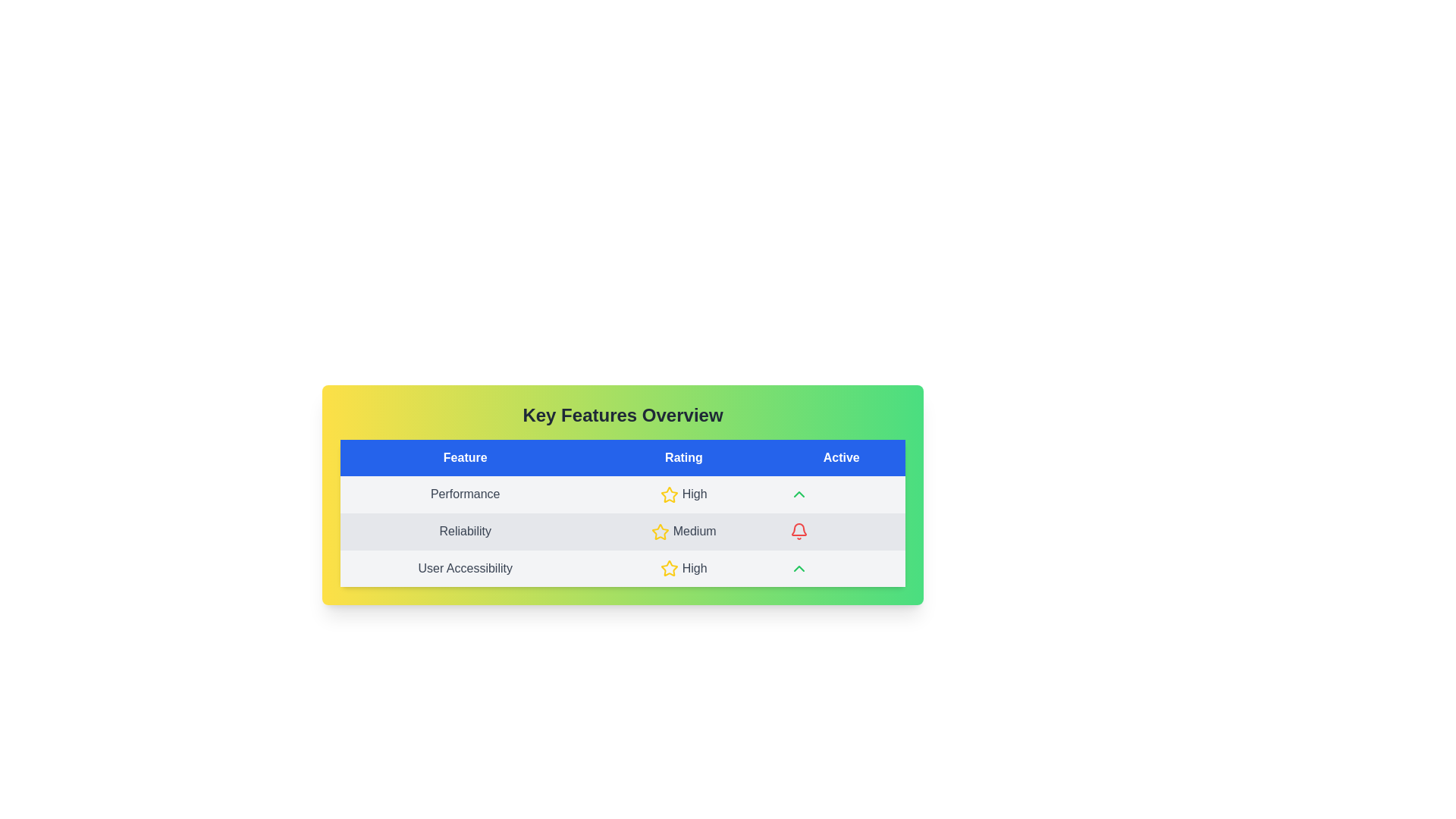  What do you see at coordinates (683, 568) in the screenshot?
I see `the text label 'High' located in the third row under the 'Rating' column, next to the yellow star icon` at bounding box center [683, 568].